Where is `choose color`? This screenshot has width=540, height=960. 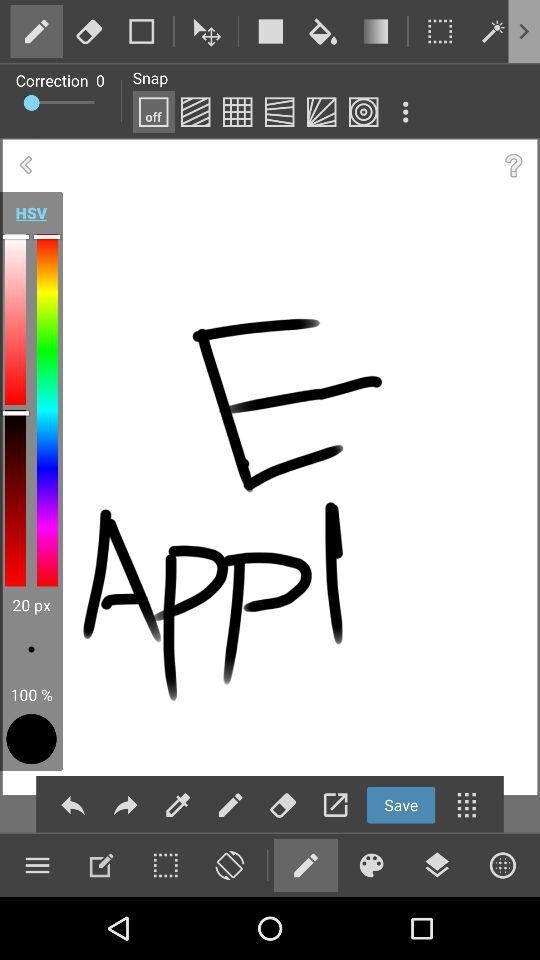 choose color is located at coordinates (140, 30).